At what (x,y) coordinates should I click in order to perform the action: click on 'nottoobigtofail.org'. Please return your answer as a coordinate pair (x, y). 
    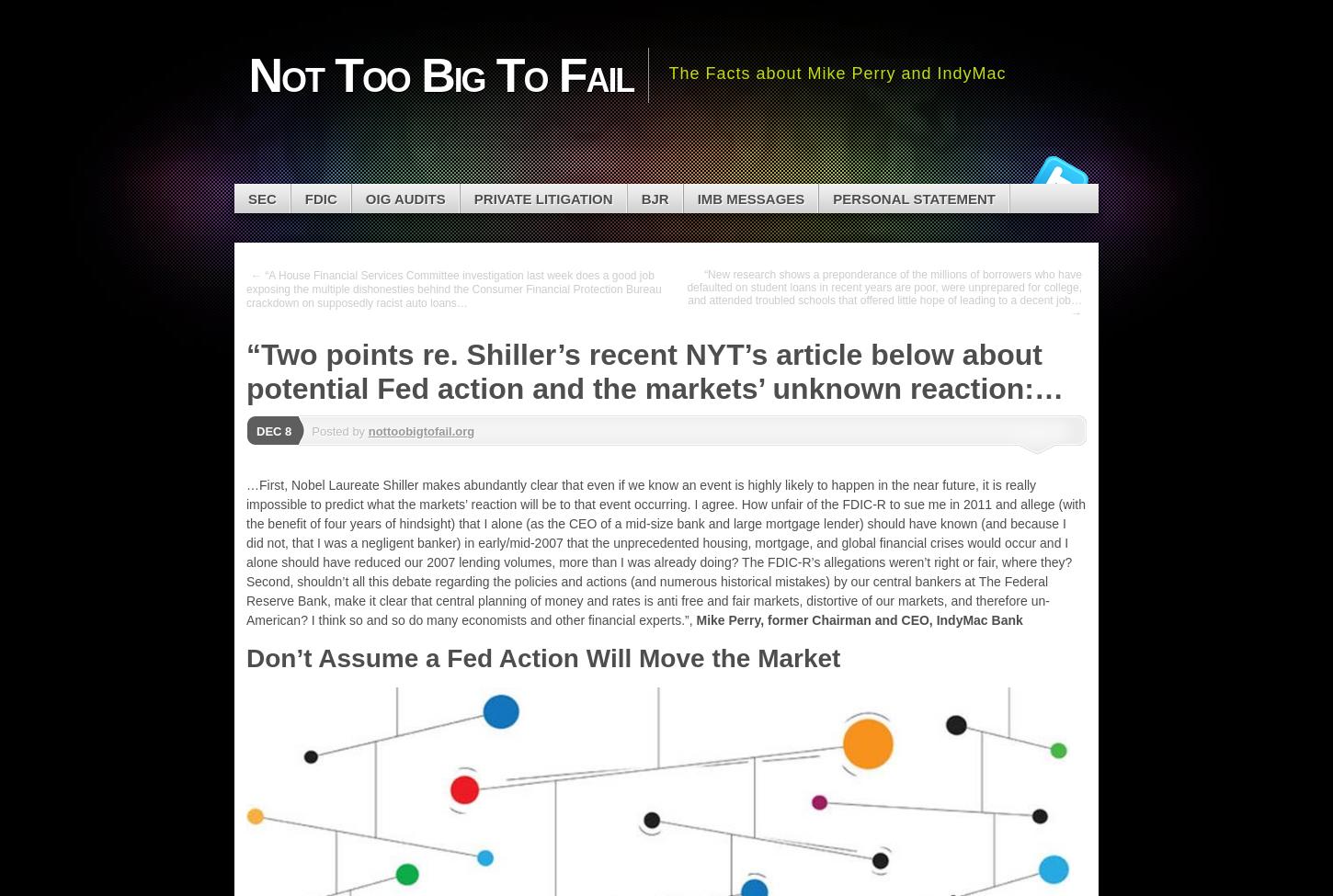
    Looking at the image, I should click on (367, 430).